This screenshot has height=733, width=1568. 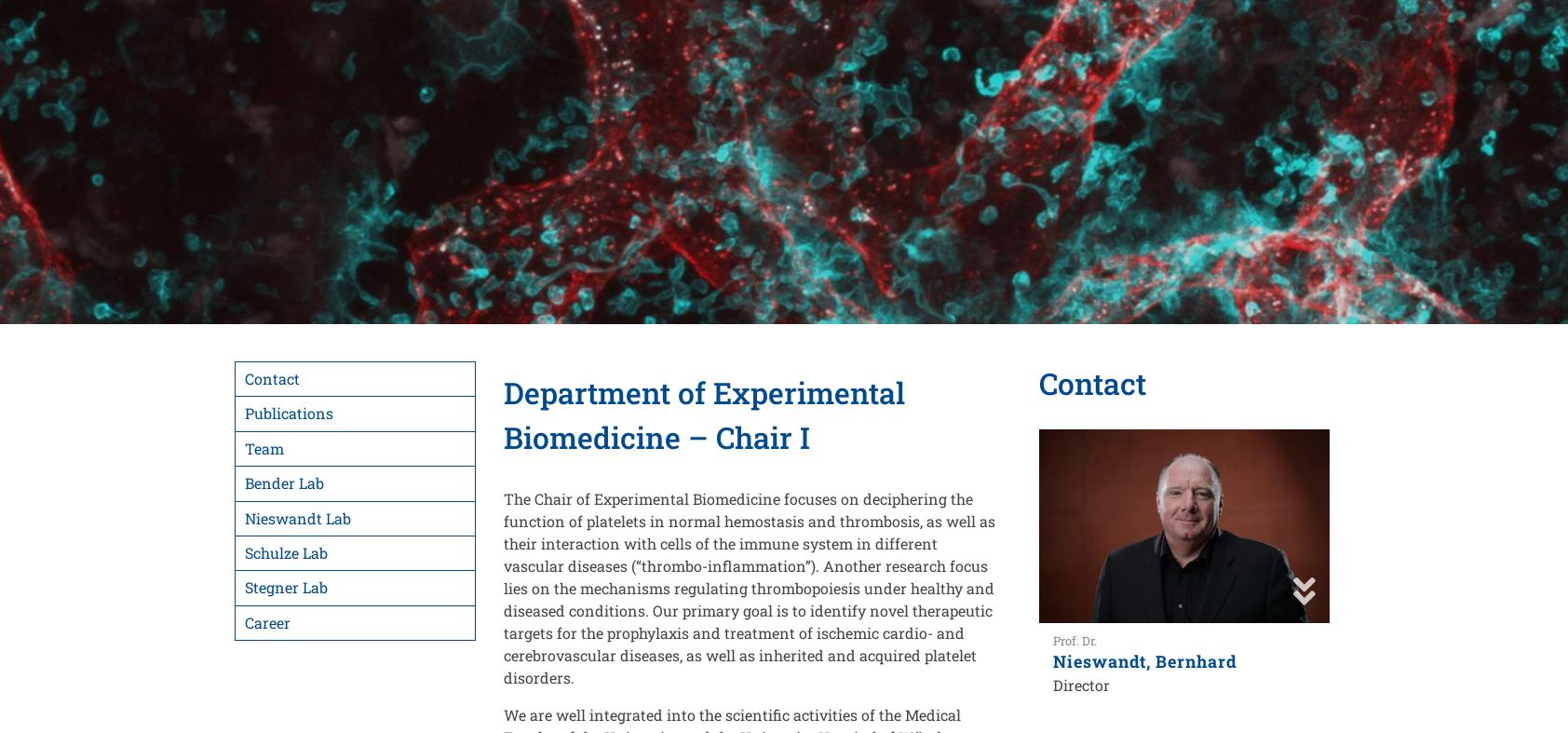 What do you see at coordinates (297, 516) in the screenshot?
I see `'Nieswandt Lab'` at bounding box center [297, 516].